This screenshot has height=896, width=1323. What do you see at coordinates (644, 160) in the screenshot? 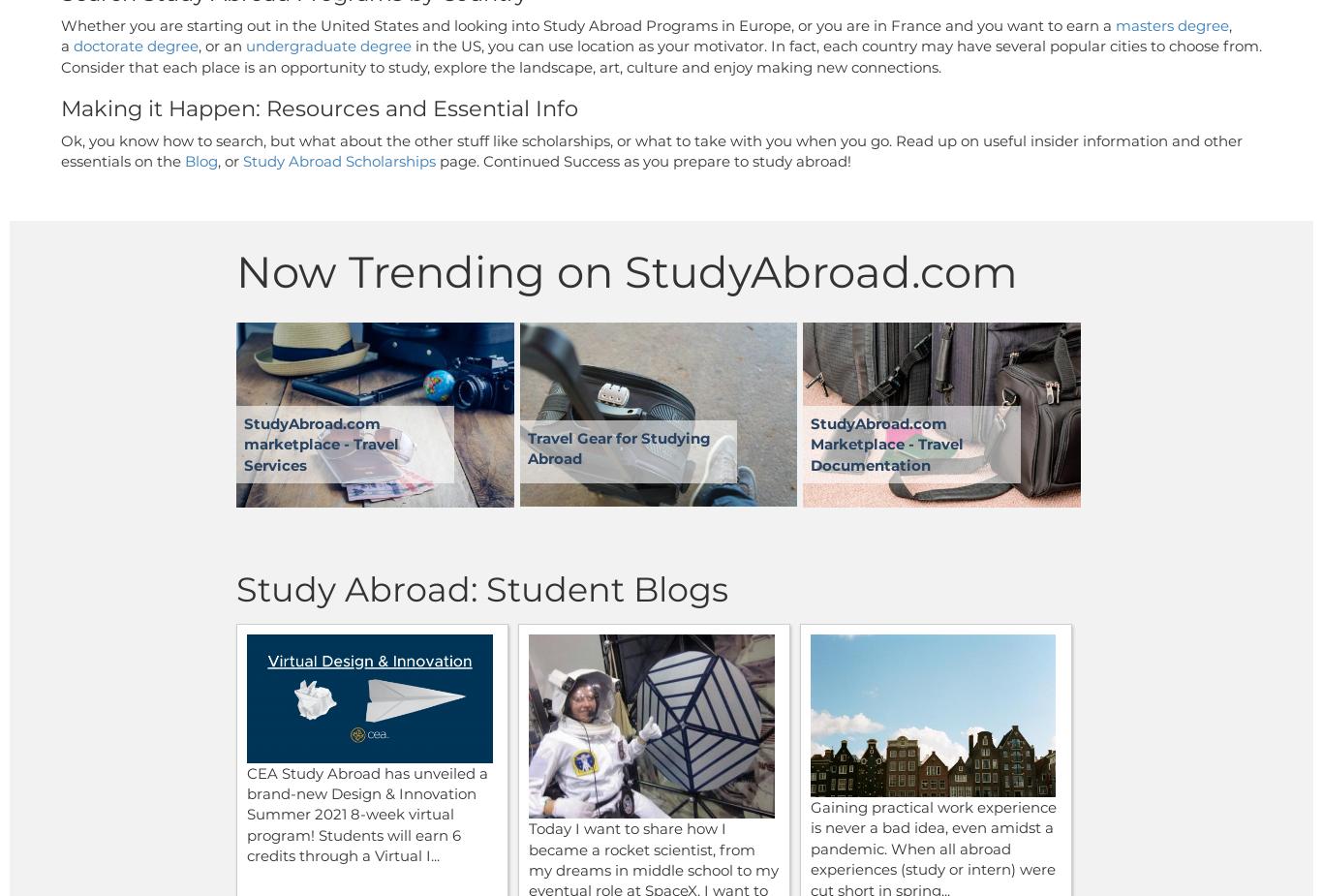
I see `'page. Continued Success as you prepare to study abroad!'` at bounding box center [644, 160].